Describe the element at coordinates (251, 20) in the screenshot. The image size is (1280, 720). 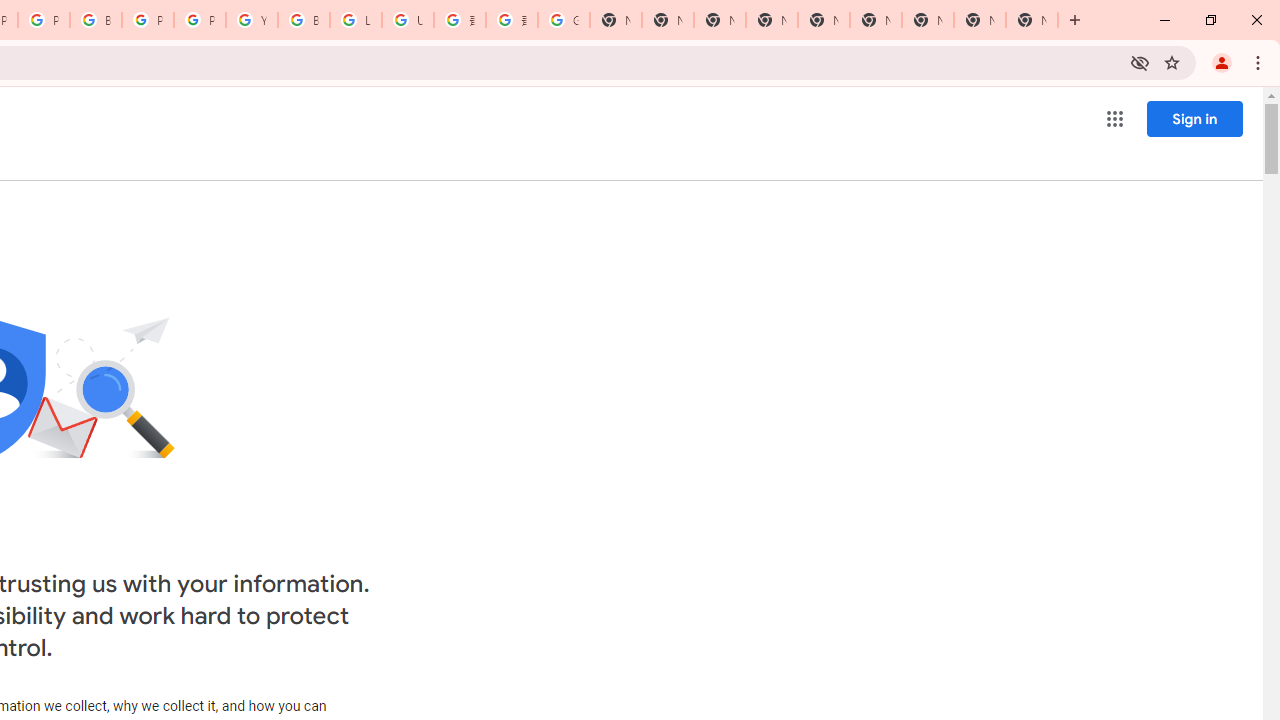
I see `'YouTube'` at that location.